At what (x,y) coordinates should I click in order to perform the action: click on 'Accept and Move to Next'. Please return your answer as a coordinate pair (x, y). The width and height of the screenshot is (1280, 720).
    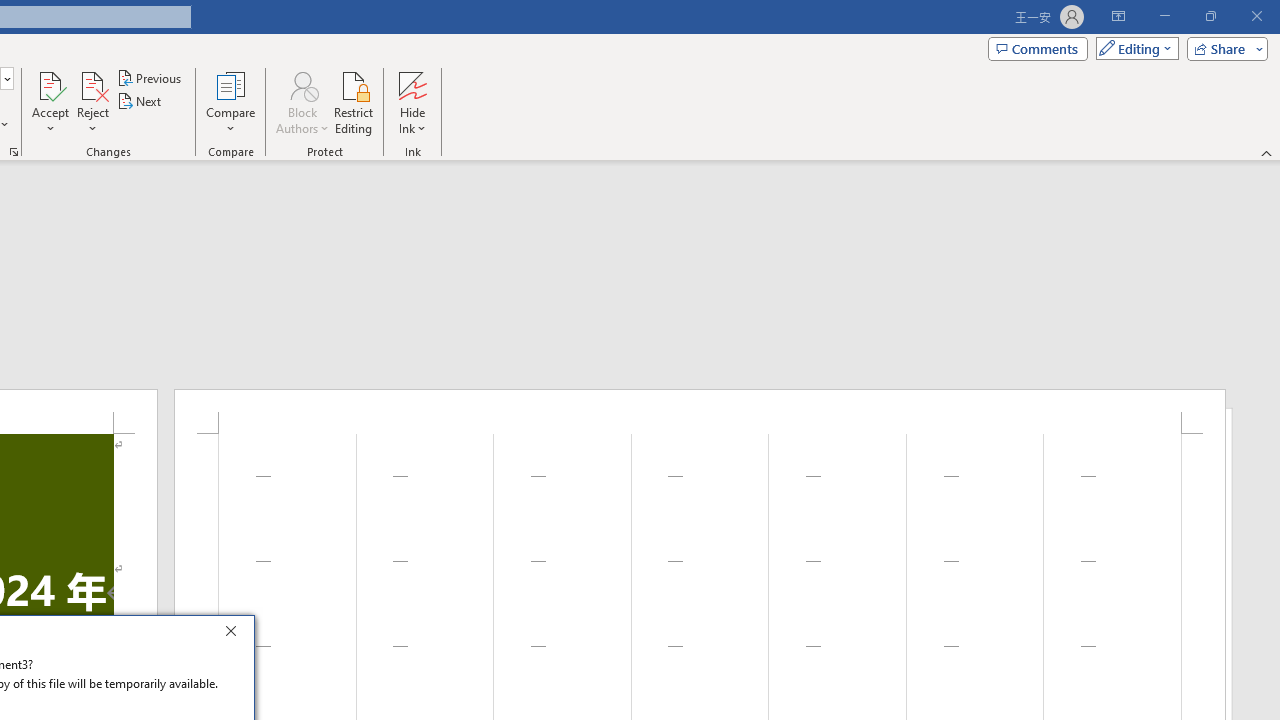
    Looking at the image, I should click on (50, 84).